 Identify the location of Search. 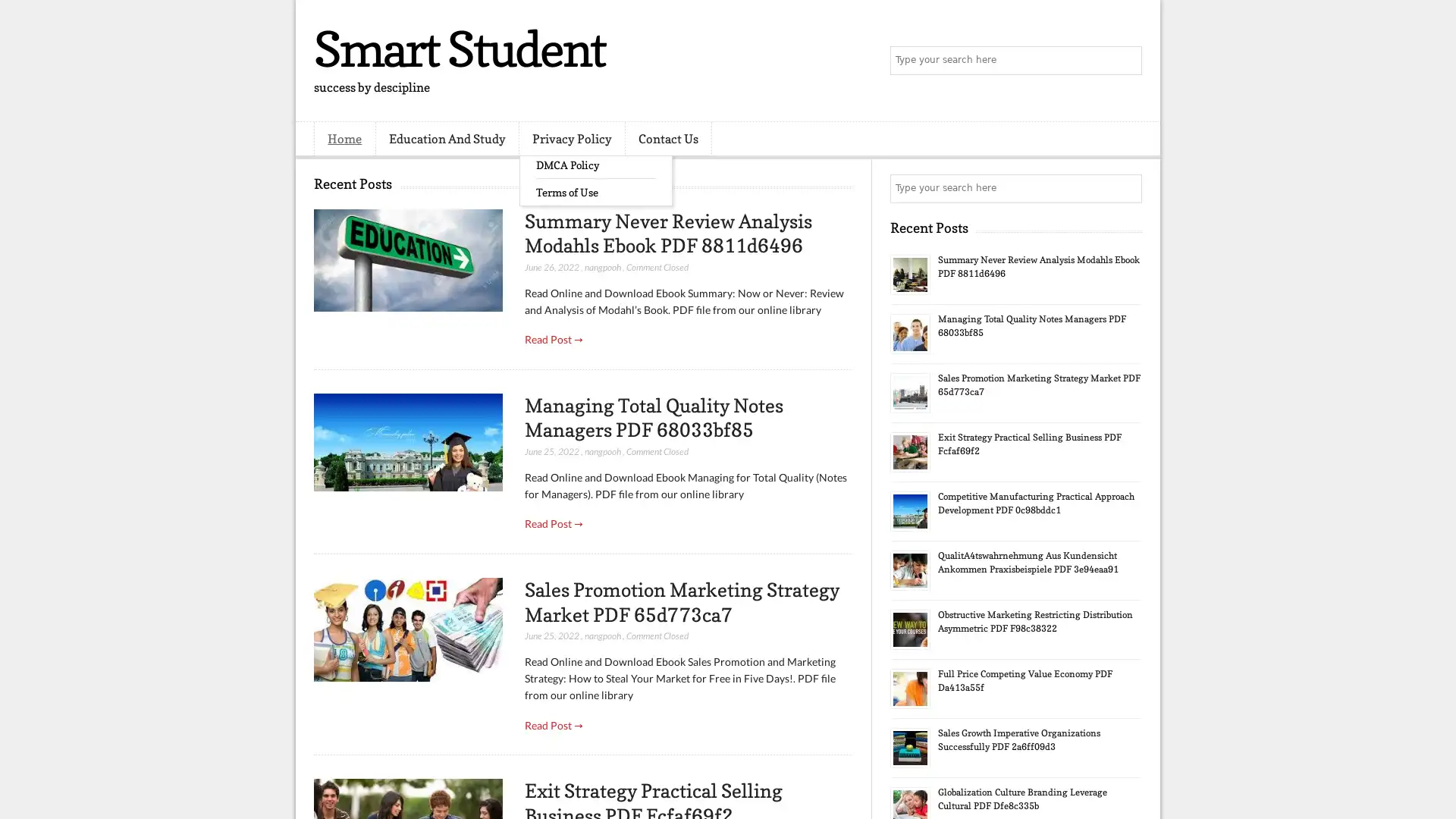
(1126, 61).